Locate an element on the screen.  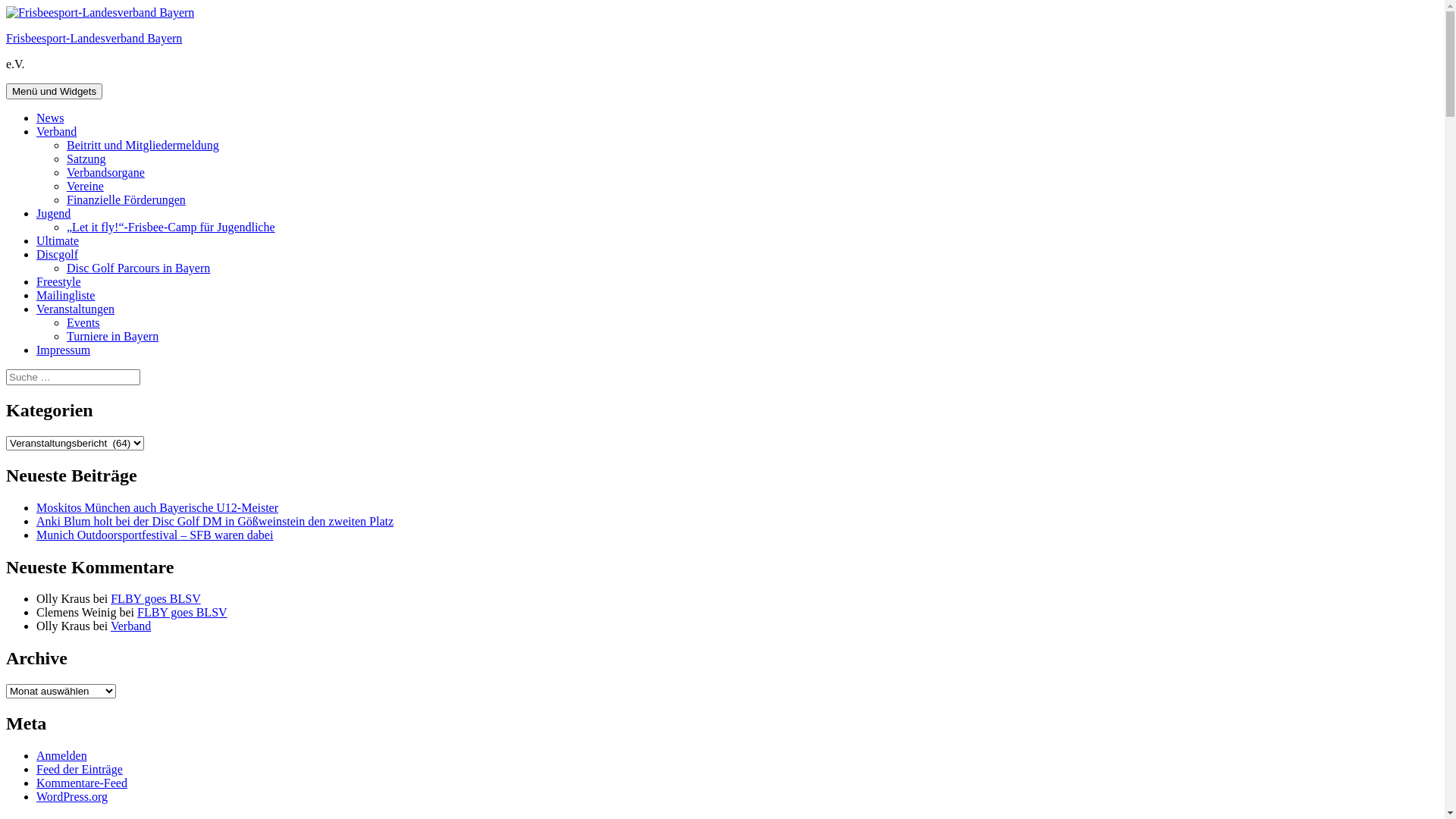
'WordPress.org' is located at coordinates (36, 795).